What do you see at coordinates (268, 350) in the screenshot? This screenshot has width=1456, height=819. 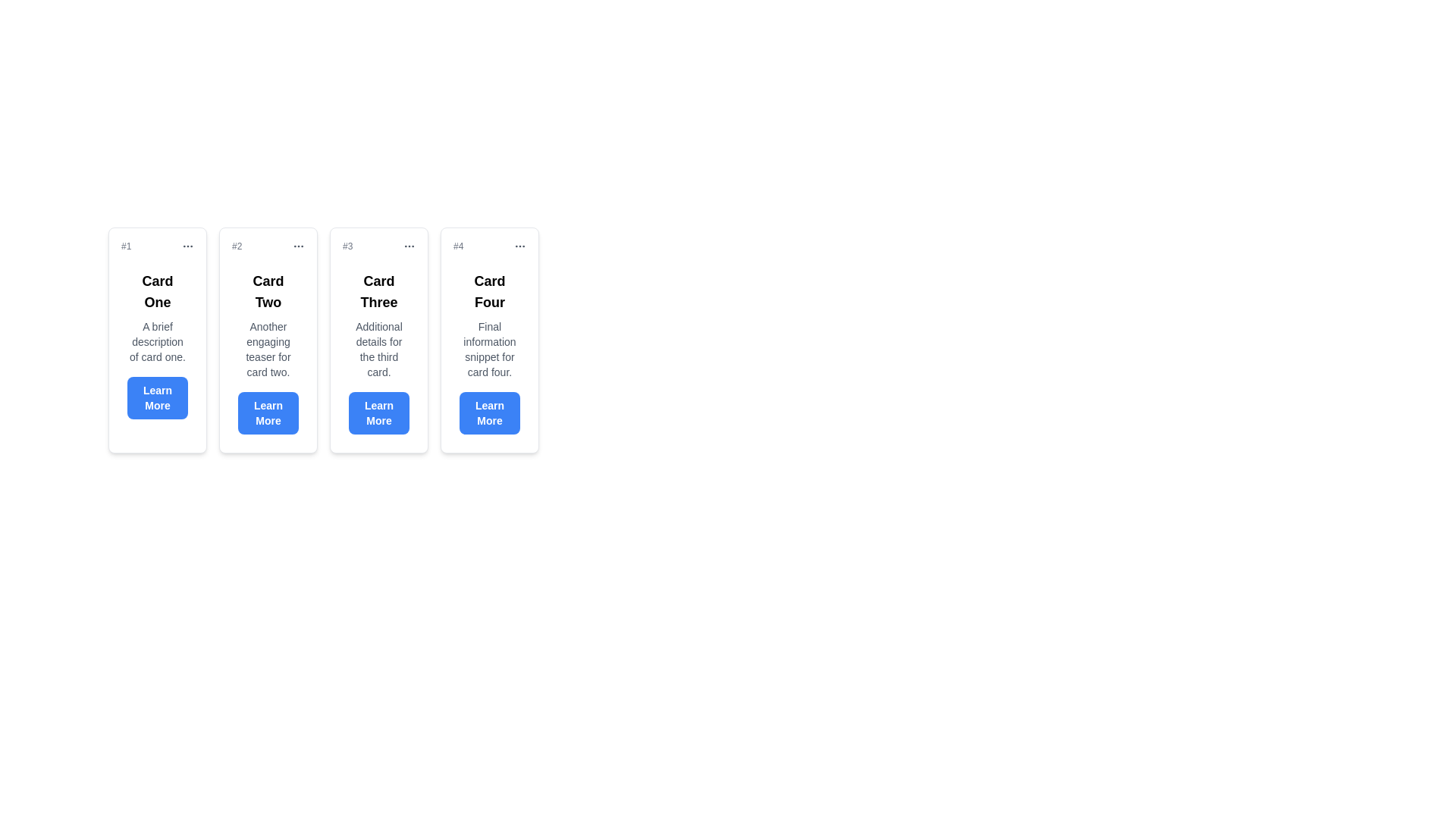 I see `text block located in 'Card Two', positioned below the card title and above the 'Learn More' button` at bounding box center [268, 350].